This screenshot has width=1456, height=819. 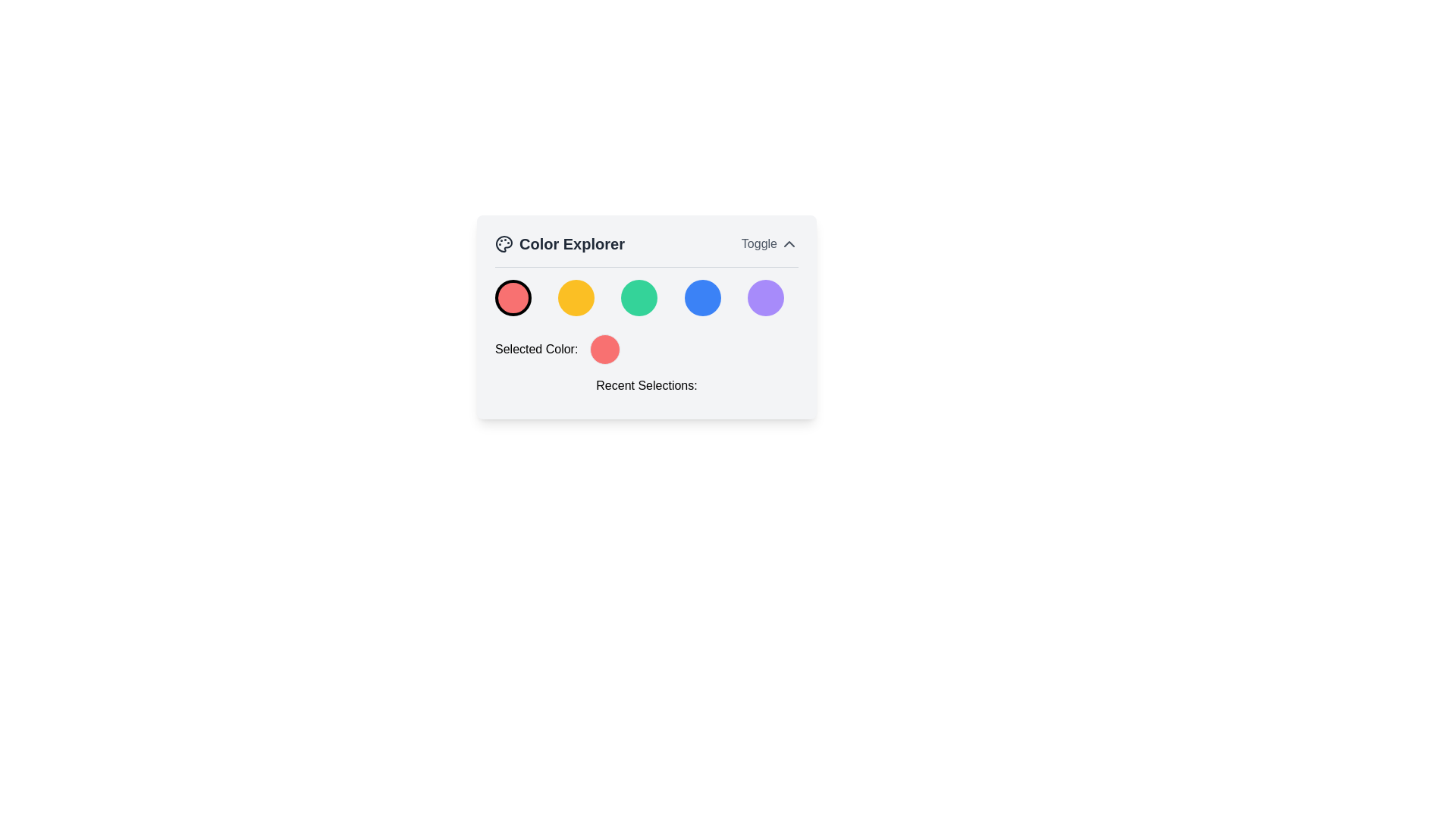 I want to click on the color palette icon located at the top-left of the 'Color Explorer' panel header, to the left of the title text, so click(x=504, y=243).